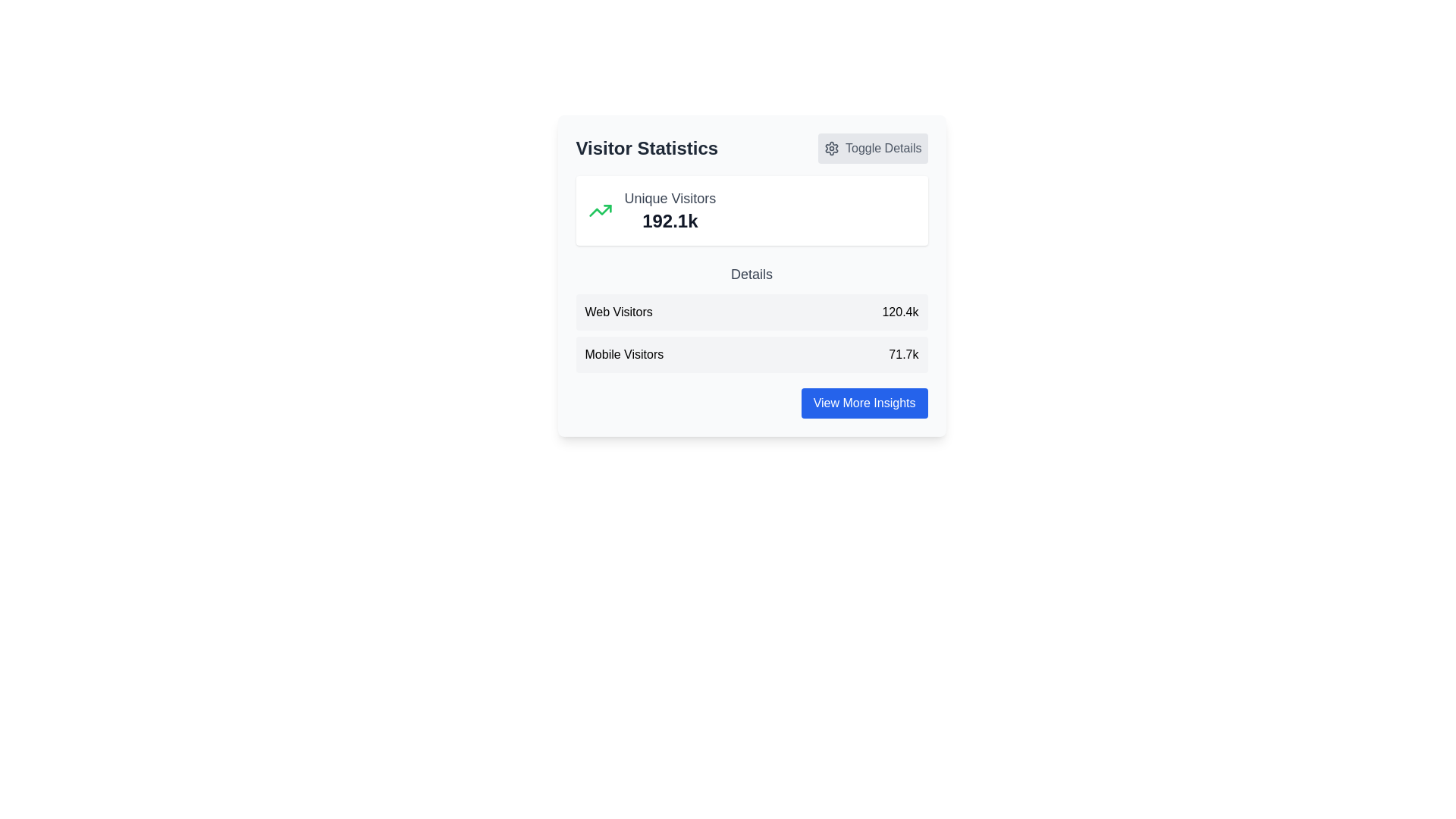  I want to click on textual information display that shows 'Unique Visitors' and '192.1k' located in the 'Visitor Statistics' section, so click(669, 210).